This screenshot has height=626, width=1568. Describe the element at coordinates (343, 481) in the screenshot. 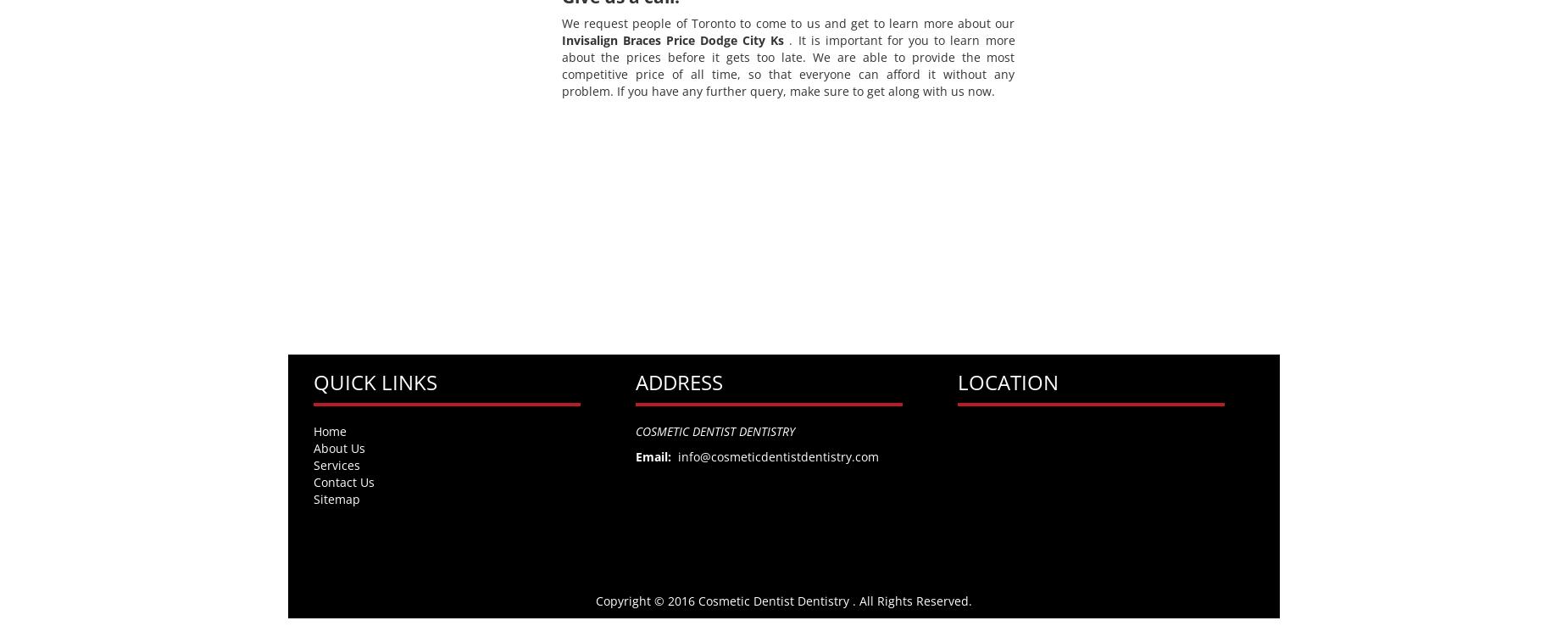

I see `'Contact Us'` at that location.